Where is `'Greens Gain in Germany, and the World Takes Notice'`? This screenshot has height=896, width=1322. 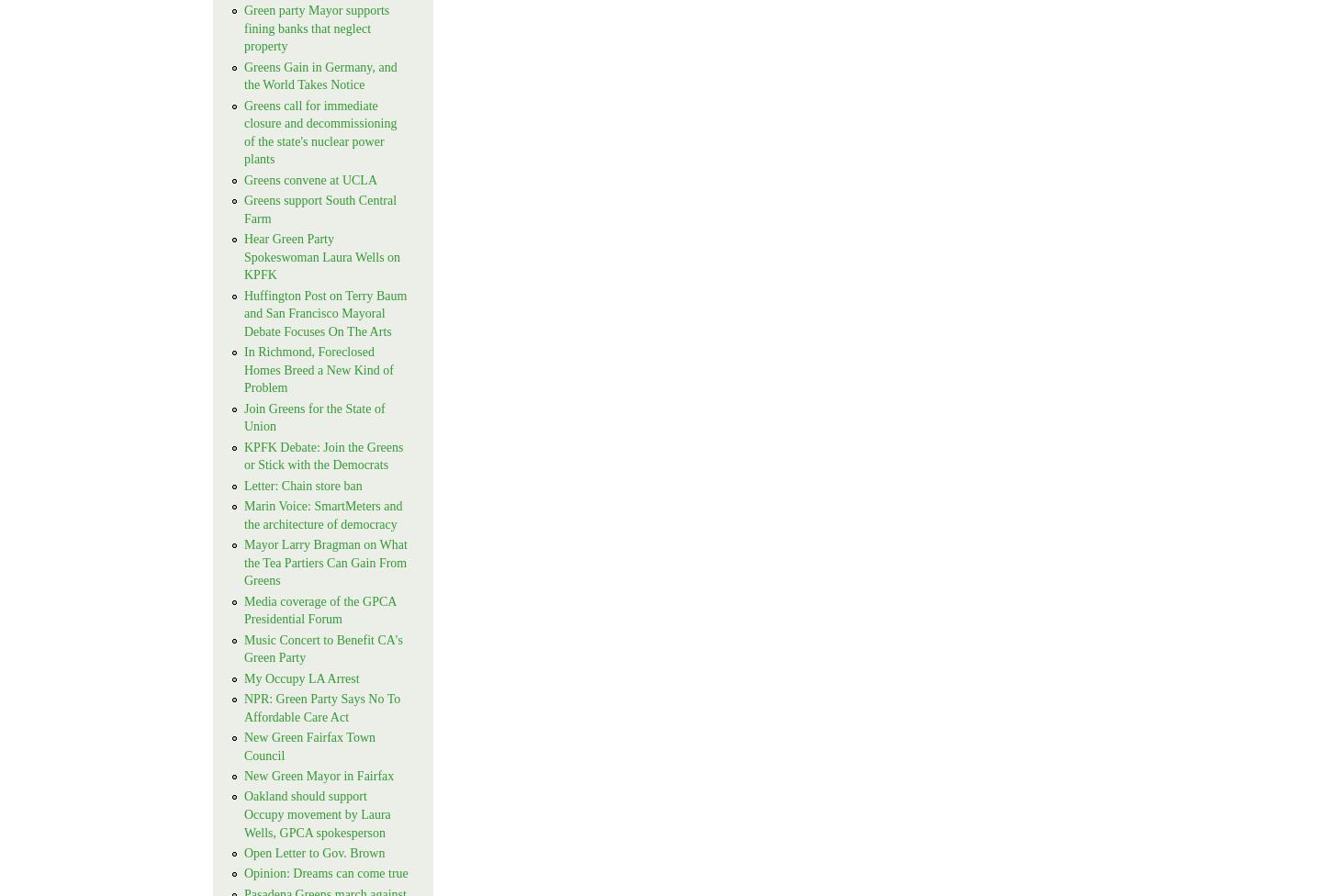 'Greens Gain in Germany, and the World Takes Notice' is located at coordinates (320, 75).